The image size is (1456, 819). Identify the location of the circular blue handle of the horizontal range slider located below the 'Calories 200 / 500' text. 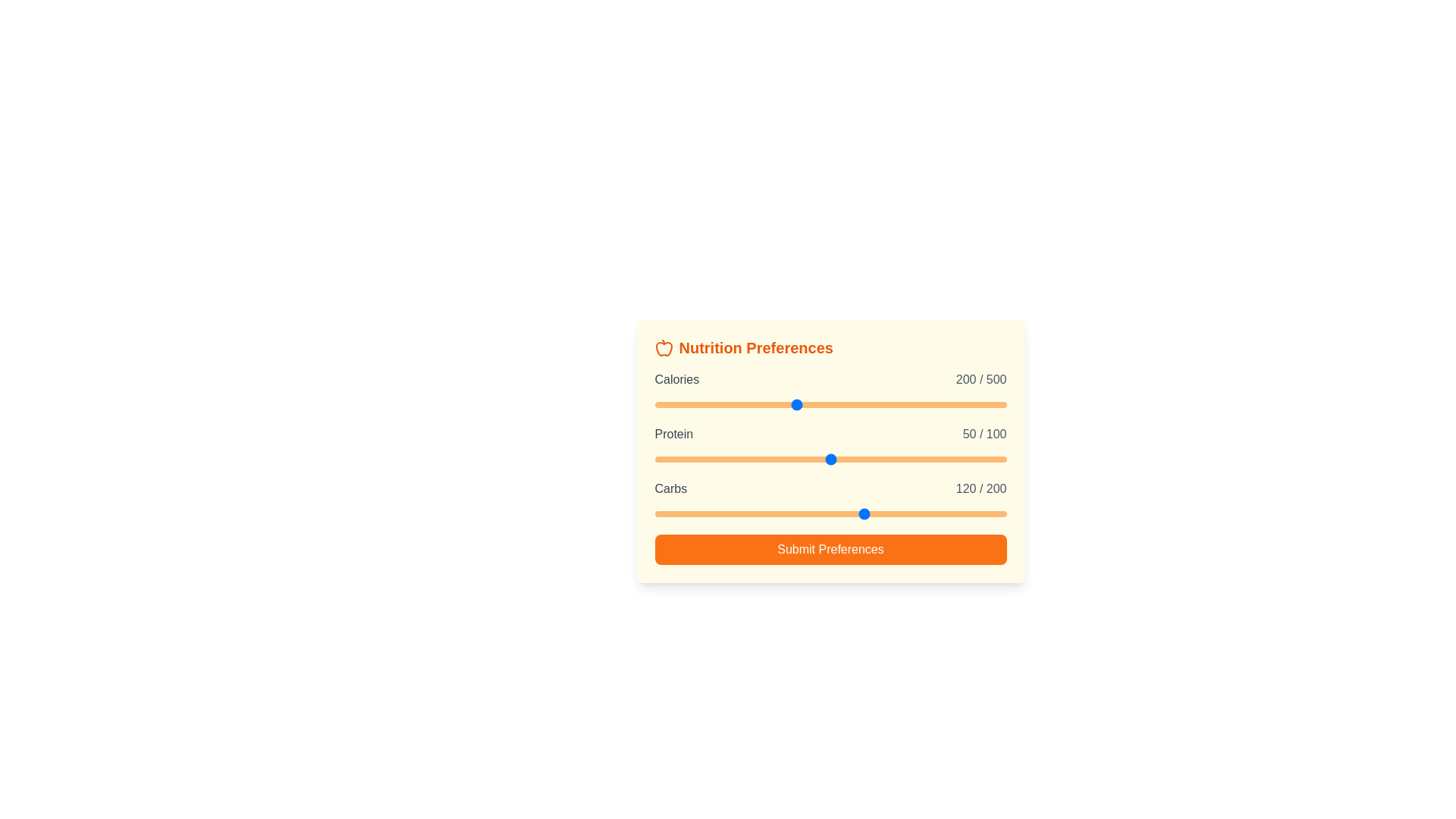
(830, 403).